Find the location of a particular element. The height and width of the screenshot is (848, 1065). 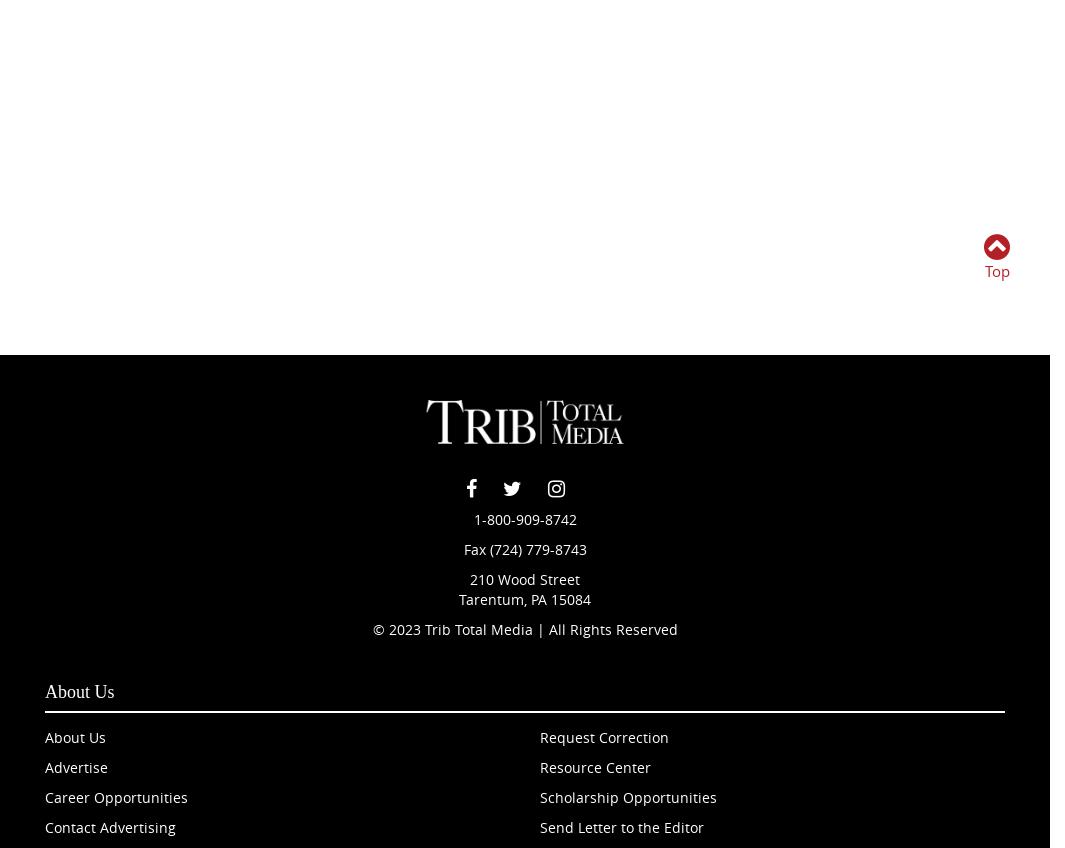

'Fax (724) 779-8743' is located at coordinates (523, 548).